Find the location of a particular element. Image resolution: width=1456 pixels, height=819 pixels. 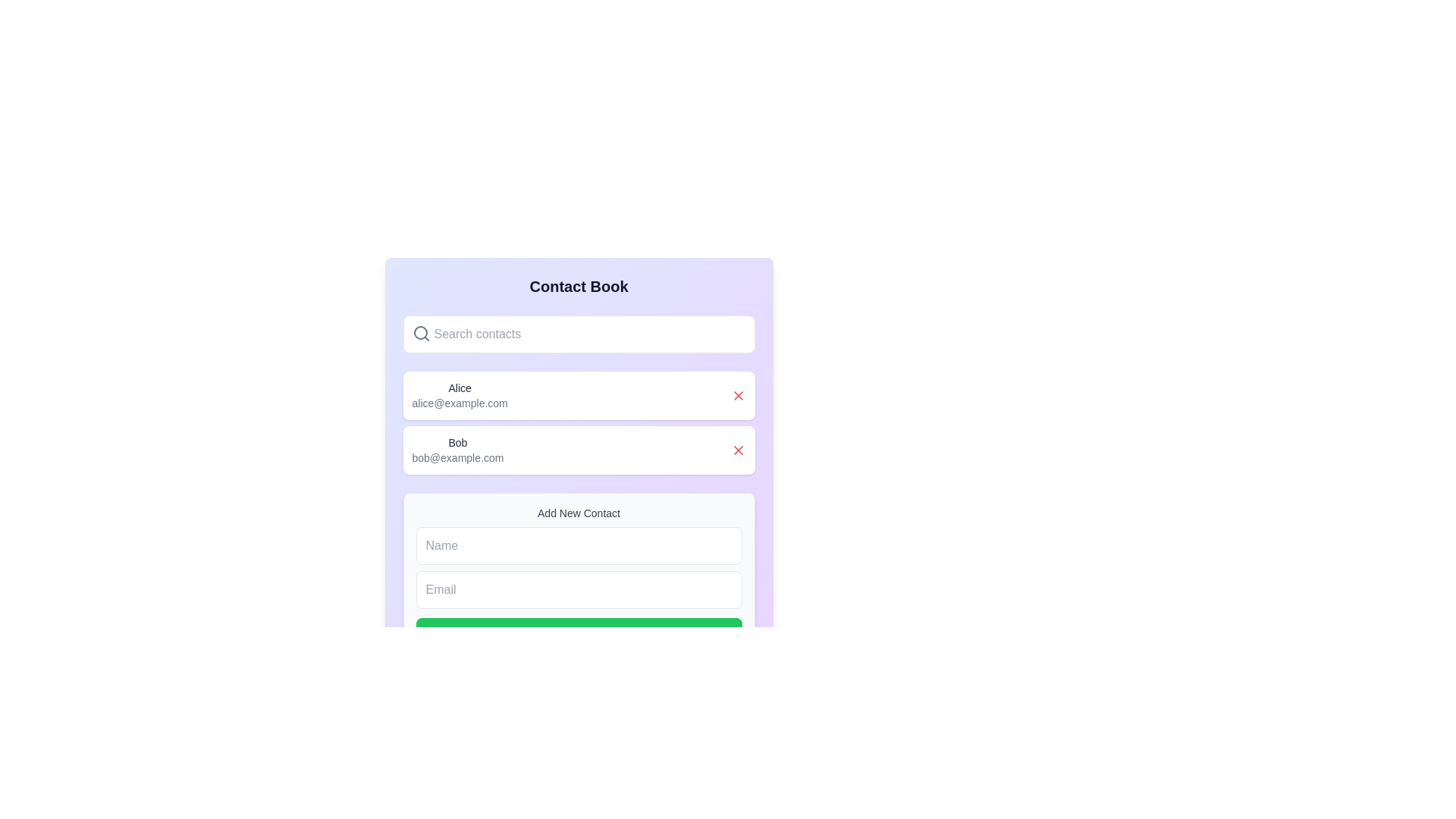

the section header text label indicating the purpose of adding a new contact, which is positioned above the input fields for 'Name' and 'Email' is located at coordinates (578, 513).